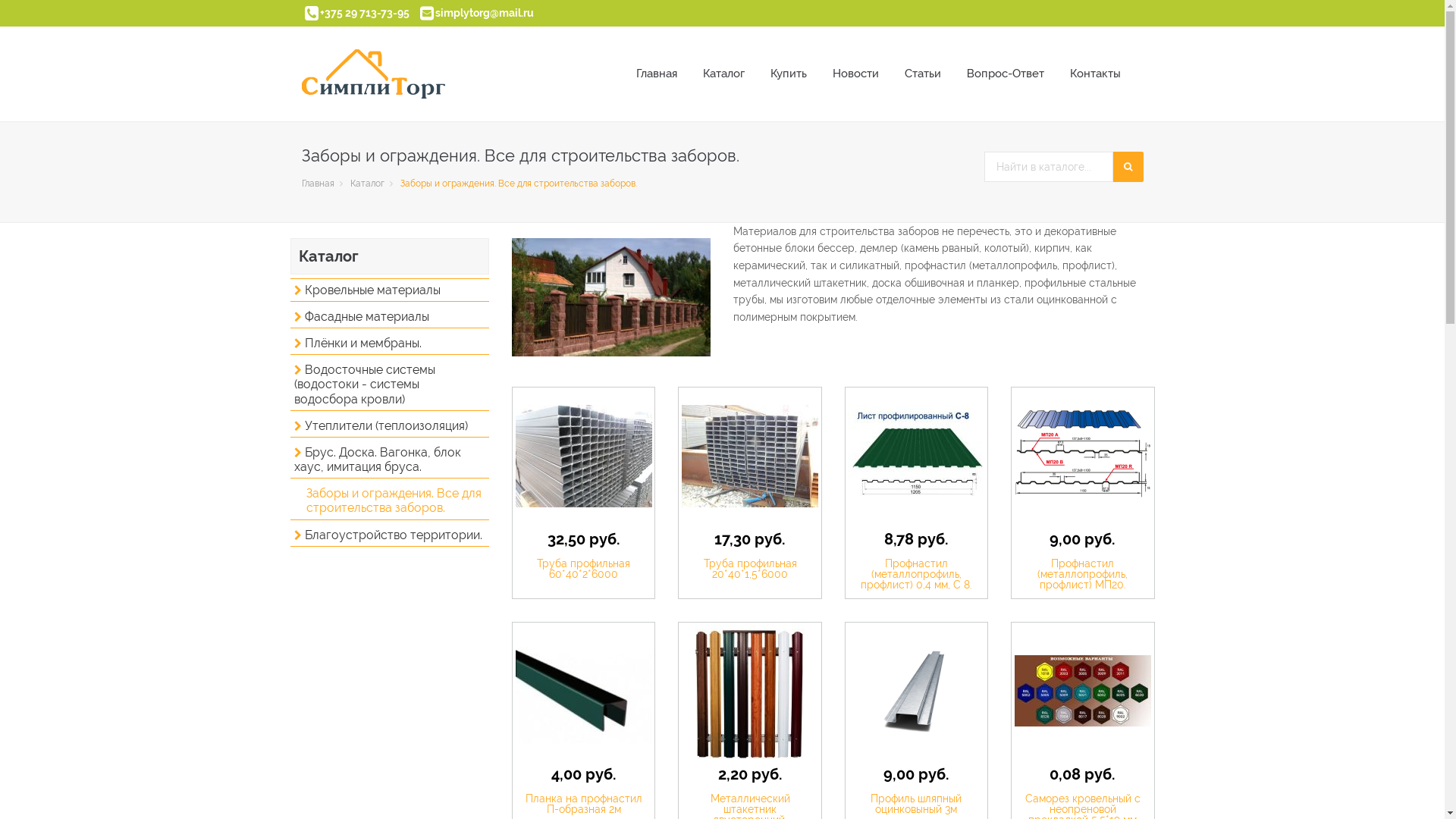 This screenshot has height=819, width=1456. Describe the element at coordinates (483, 12) in the screenshot. I see `'simplytorg@mail.ru'` at that location.